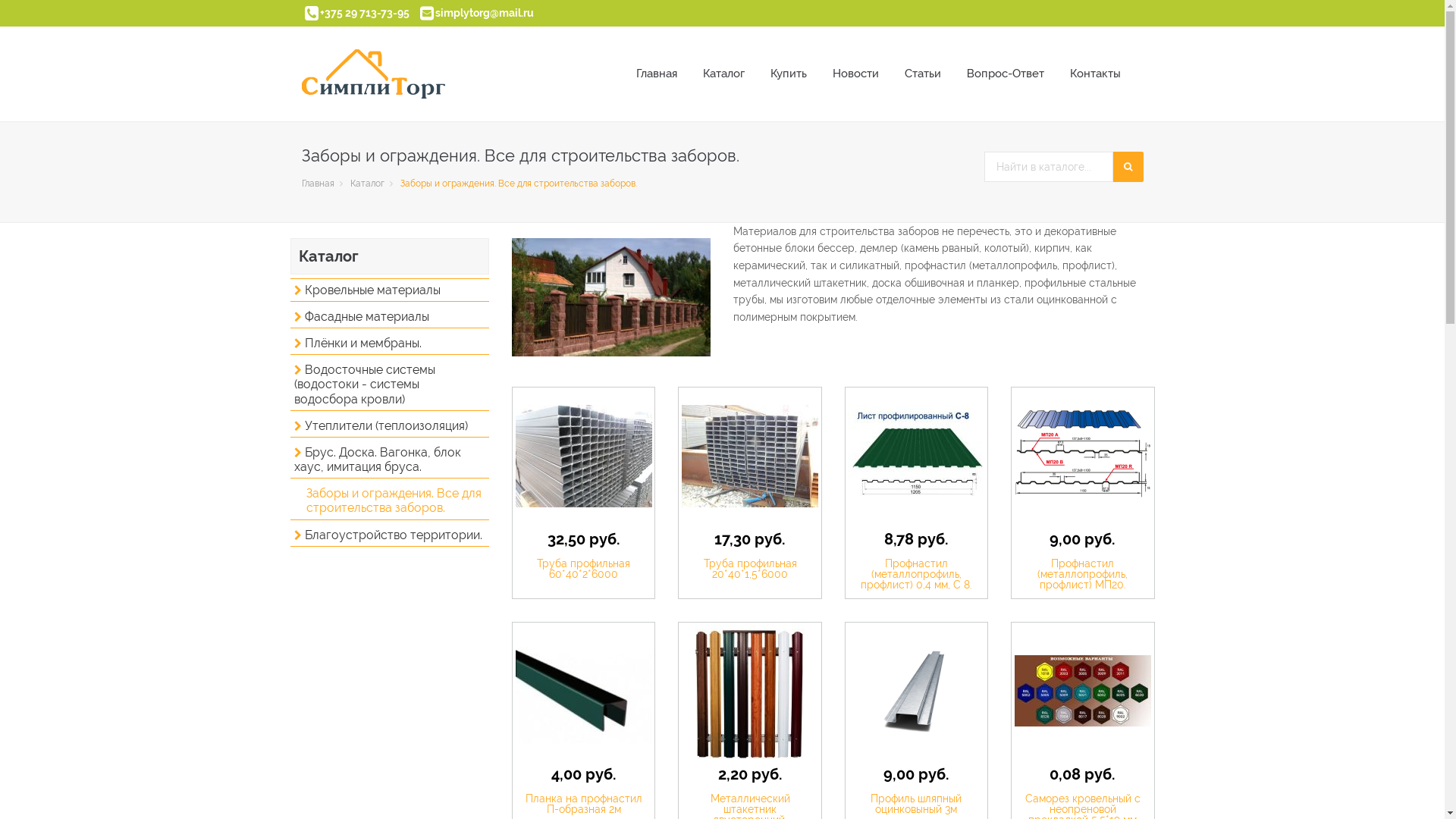 This screenshot has height=819, width=1456. Describe the element at coordinates (483, 12) in the screenshot. I see `'simplytorg@mail.ru'` at that location.